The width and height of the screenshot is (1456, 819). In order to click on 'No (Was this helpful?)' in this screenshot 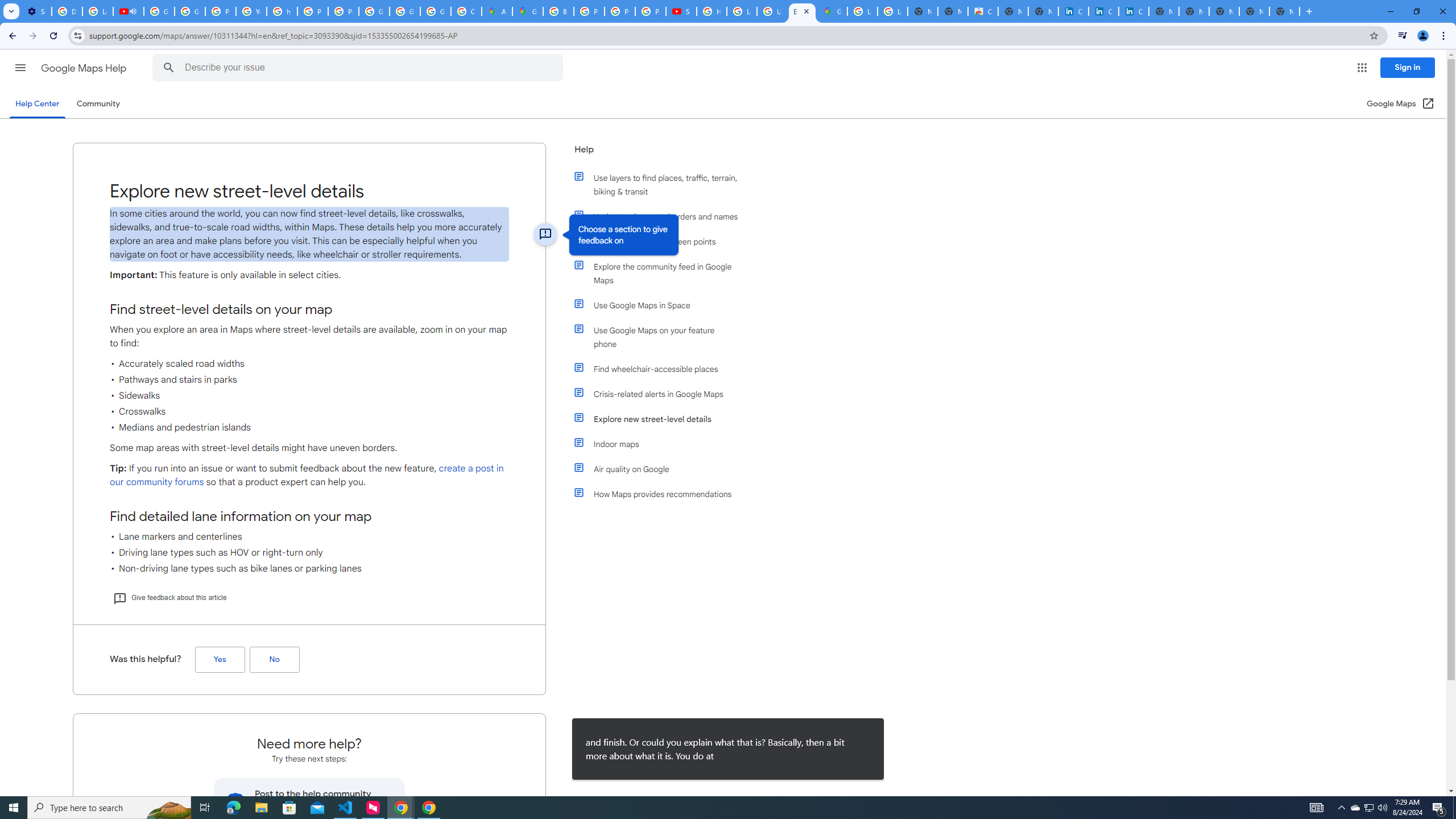, I will do `click(274, 660)`.